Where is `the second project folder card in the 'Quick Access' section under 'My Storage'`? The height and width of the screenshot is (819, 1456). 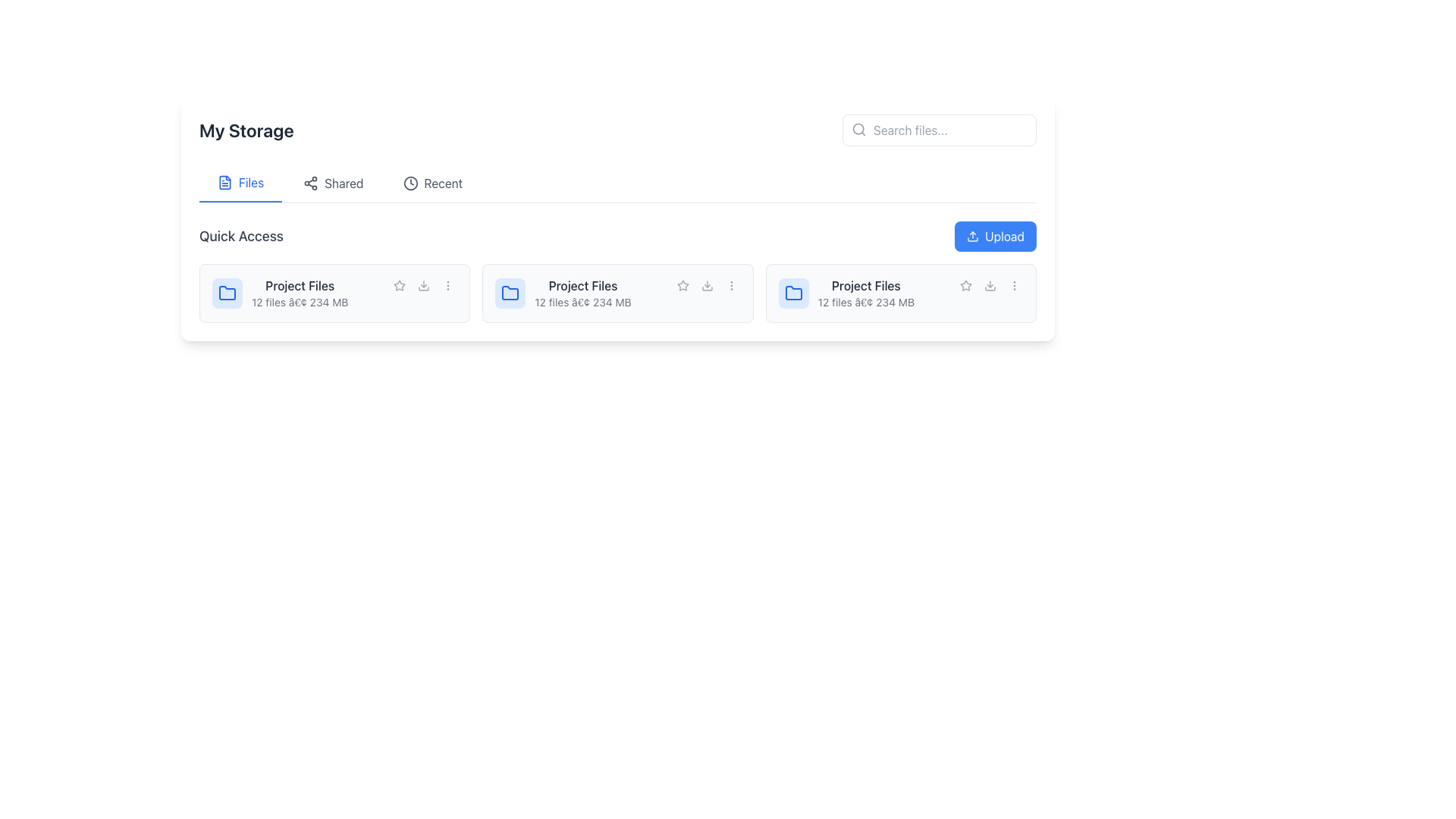
the second project folder card in the 'Quick Access' section under 'My Storage' is located at coordinates (618, 293).